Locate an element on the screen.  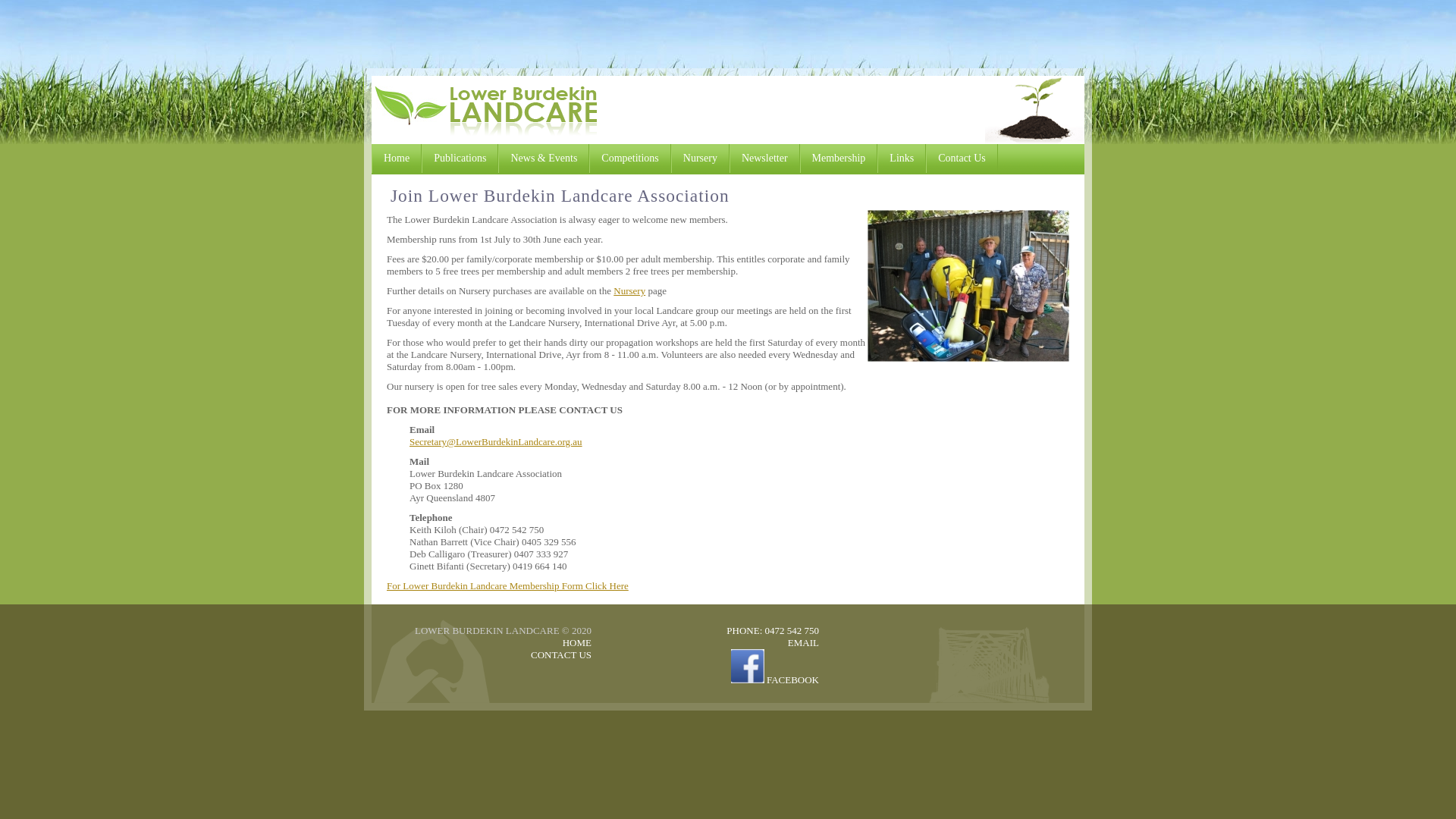
'Membership' is located at coordinates (838, 158).